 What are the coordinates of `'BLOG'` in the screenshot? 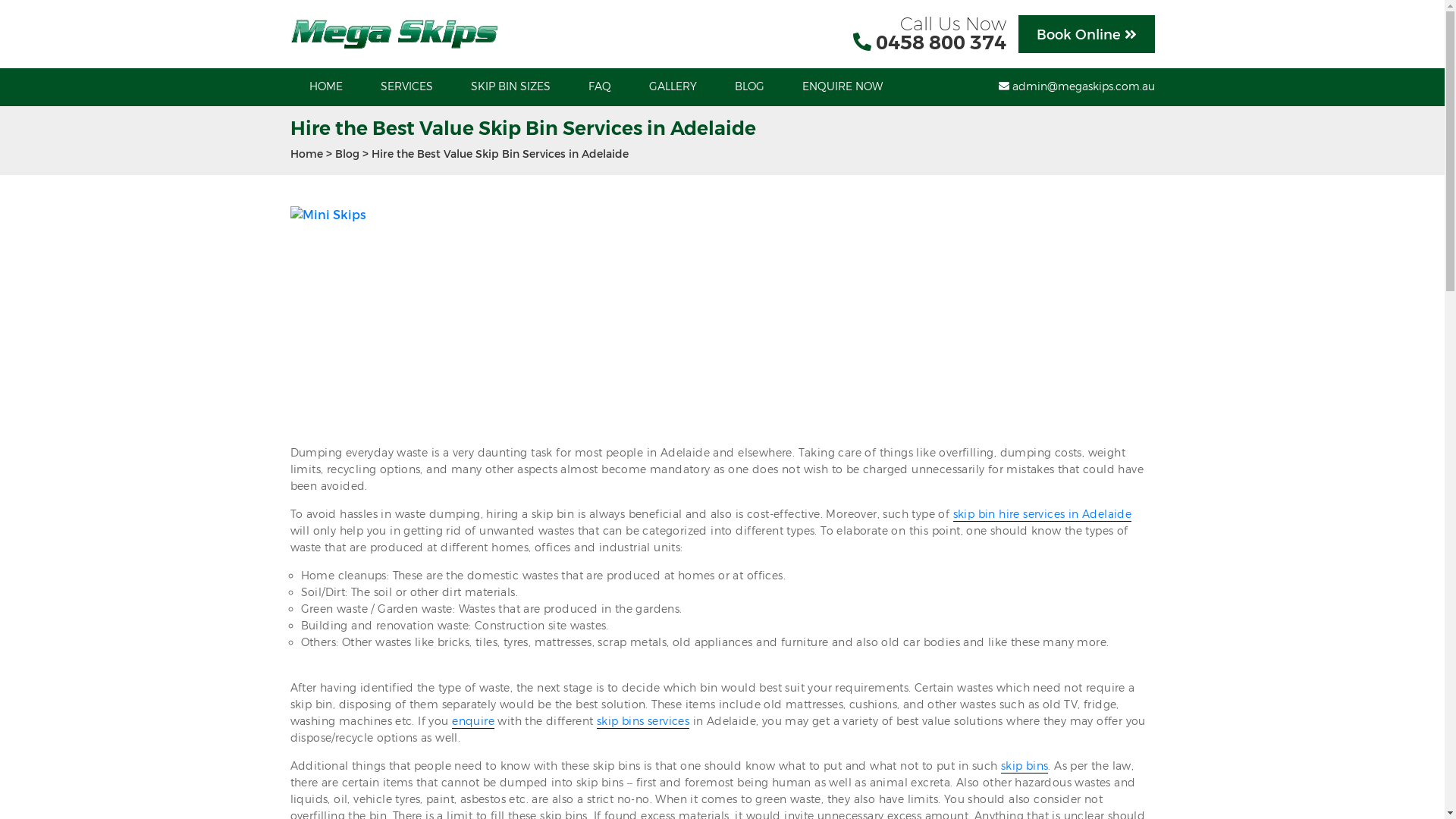 It's located at (749, 87).